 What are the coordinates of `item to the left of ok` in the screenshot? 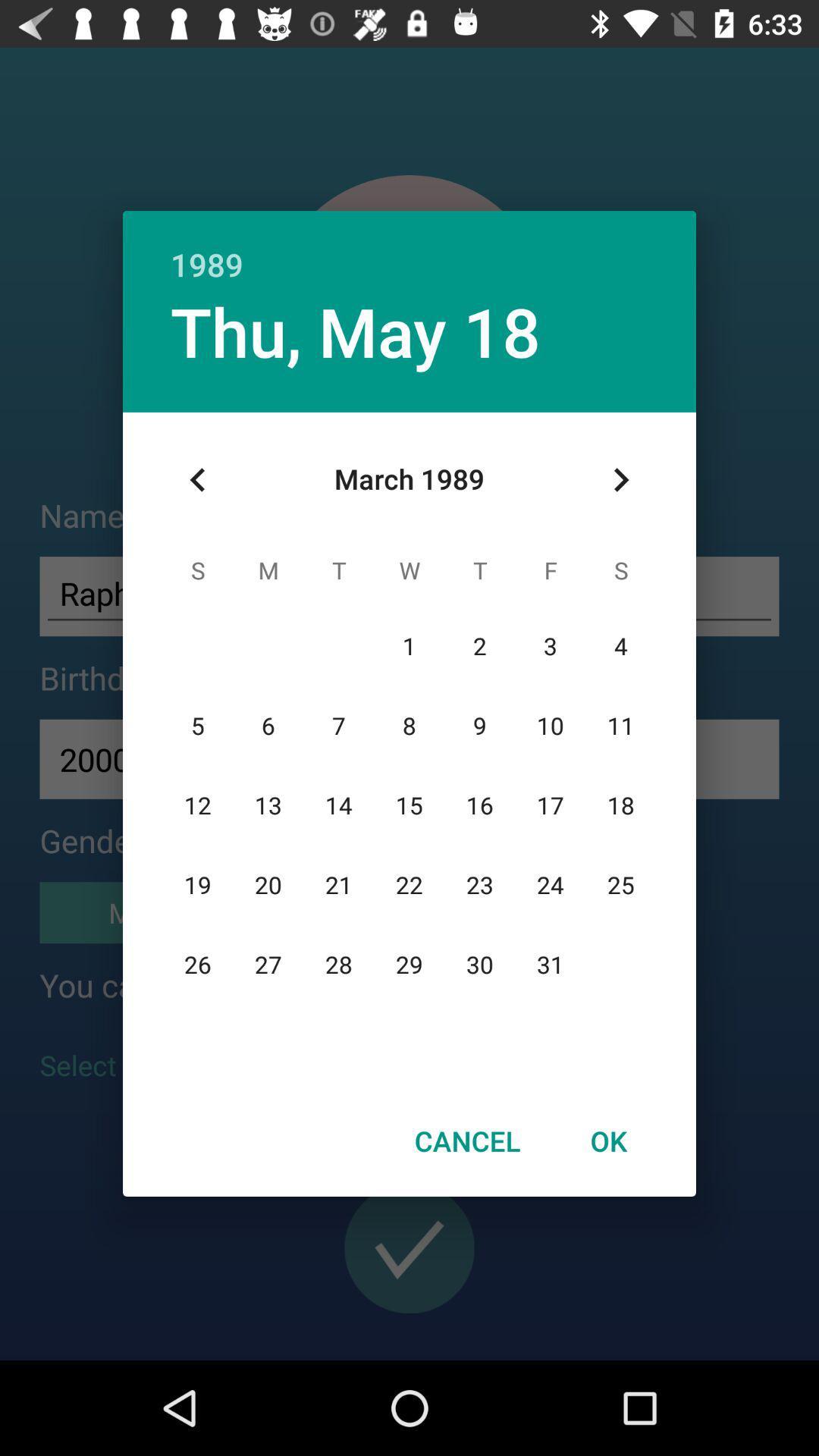 It's located at (466, 1141).